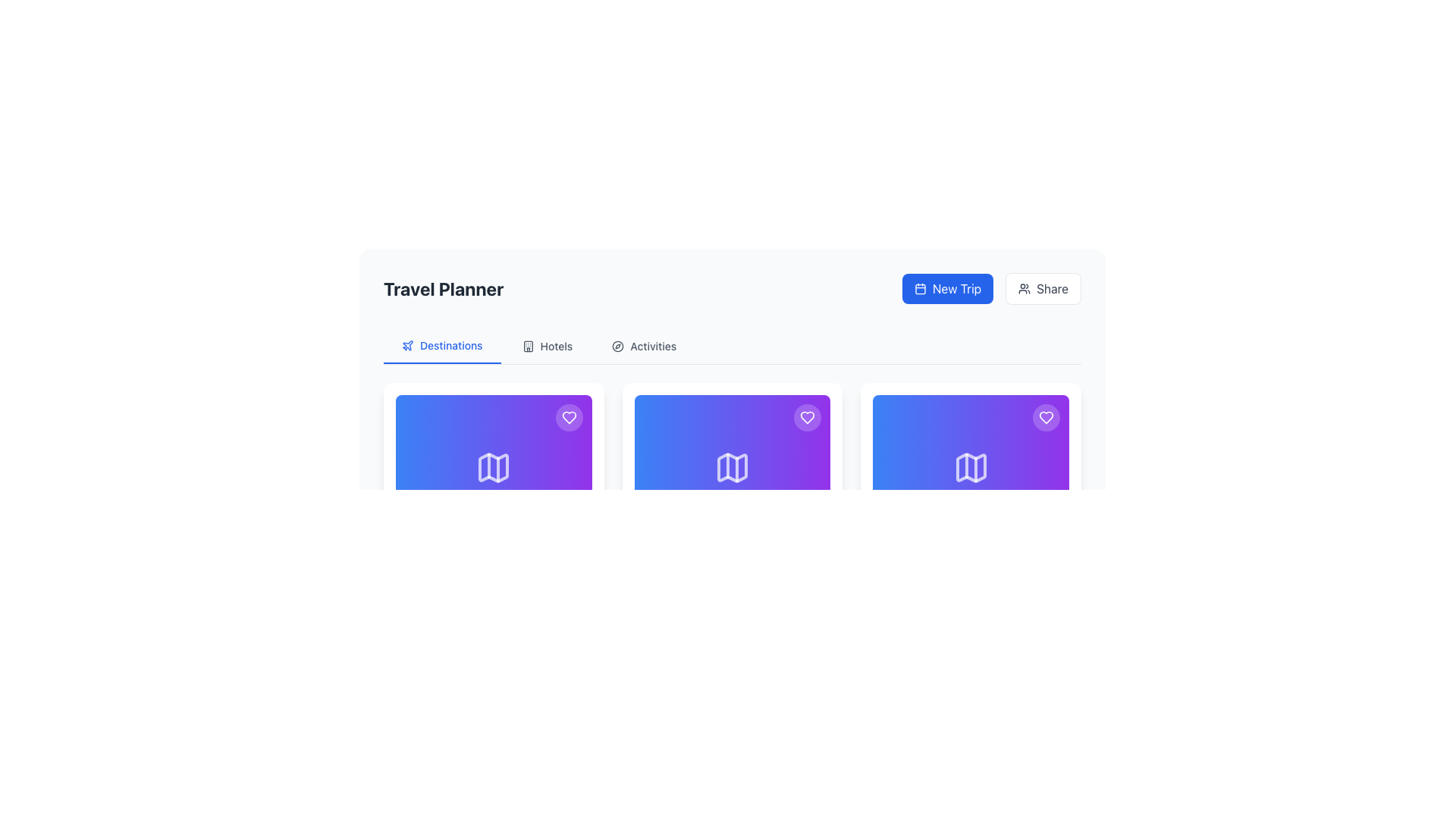  What do you see at coordinates (653, 346) in the screenshot?
I see `the 'Activities' navigation label, which is part of the horizontal navigation bar and positioned to the right of the 'Hotels' item` at bounding box center [653, 346].